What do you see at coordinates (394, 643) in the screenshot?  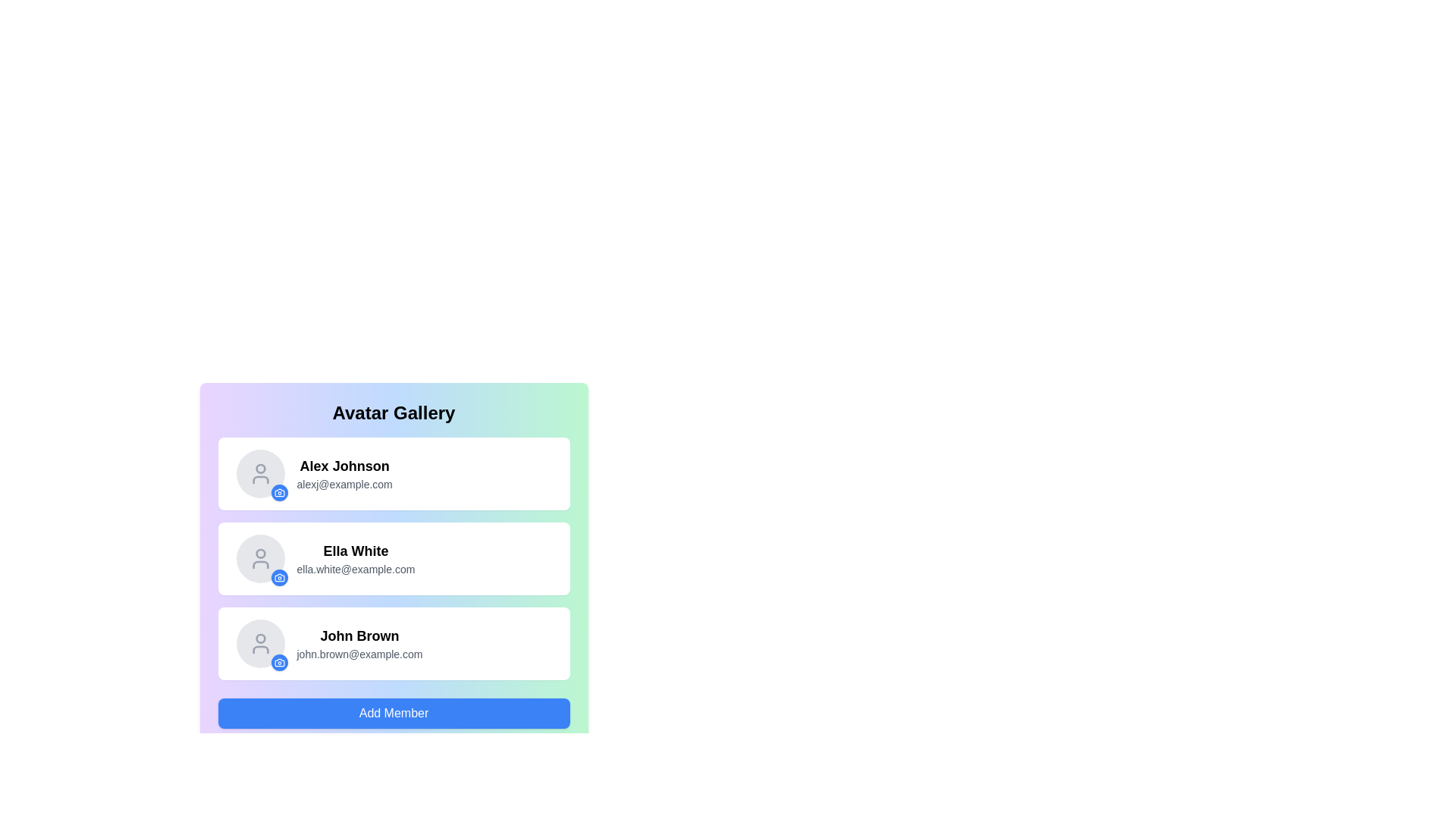 I see `the third user profile card in the 'Avatar Gallery' section` at bounding box center [394, 643].